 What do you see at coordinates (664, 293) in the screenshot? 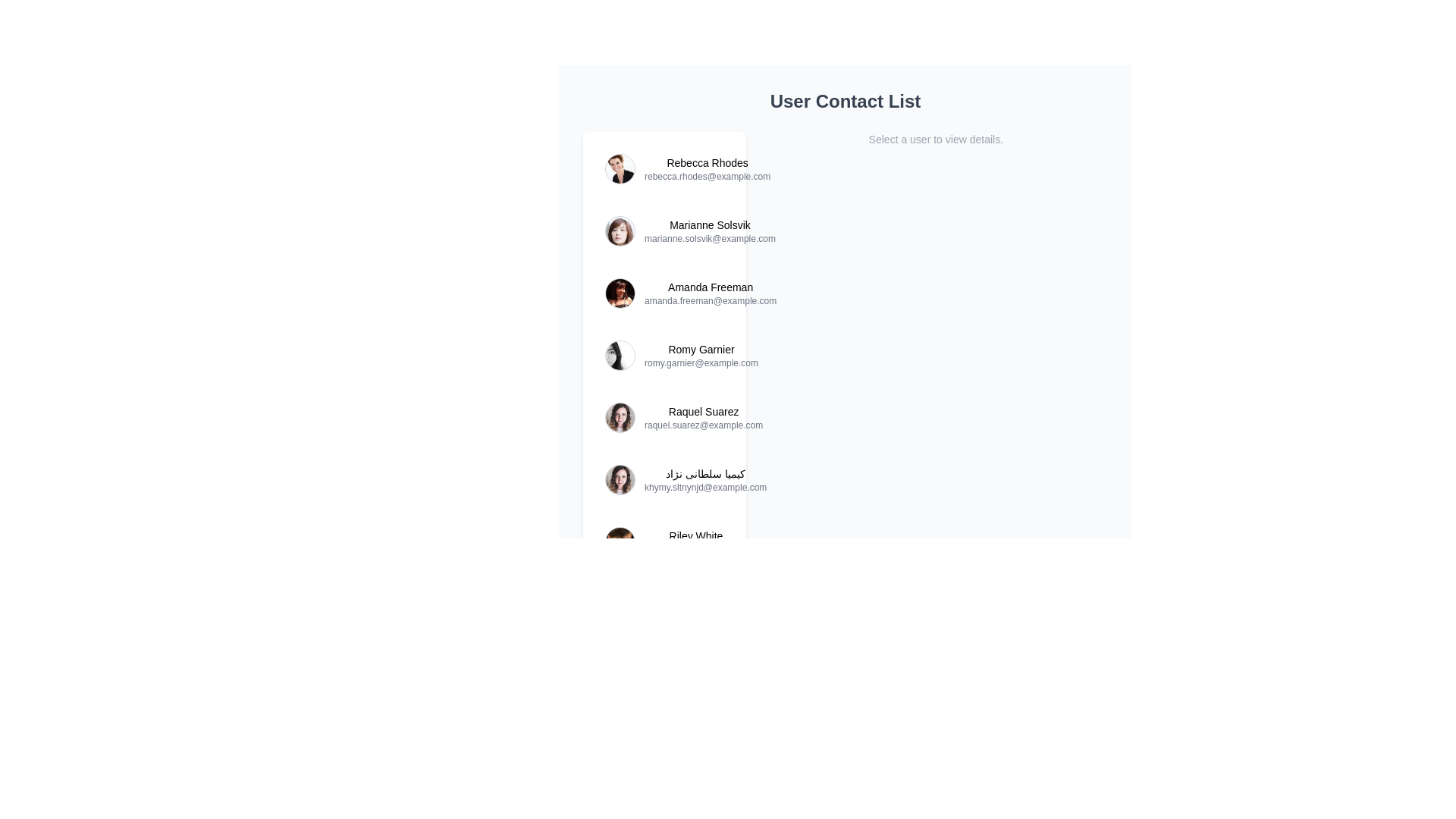
I see `the email address 'amanda.freeman@example.com' of the contact item for 'Amanda Freeman'` at bounding box center [664, 293].